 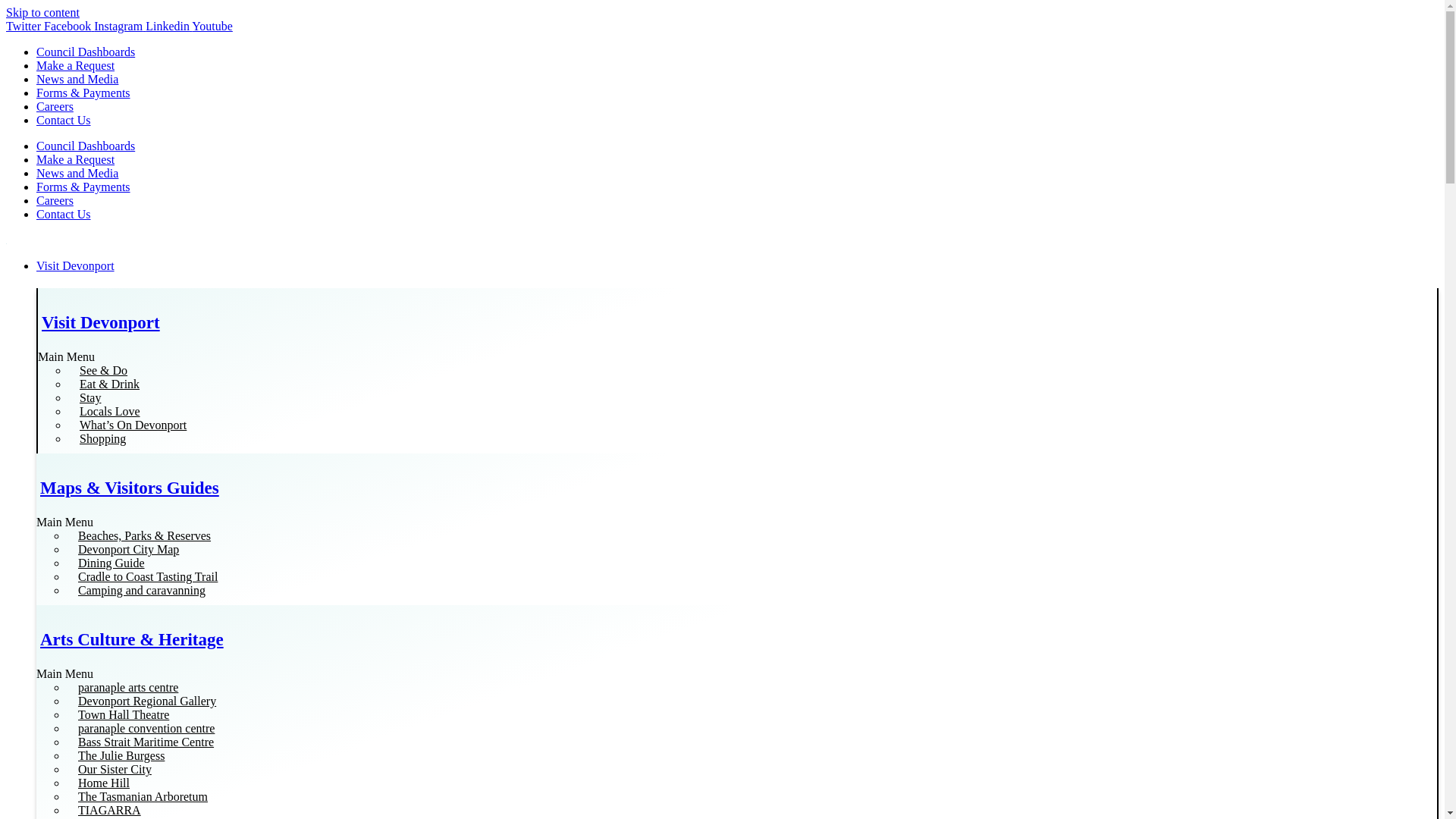 I want to click on 'paranaple convention centre', so click(x=65, y=727).